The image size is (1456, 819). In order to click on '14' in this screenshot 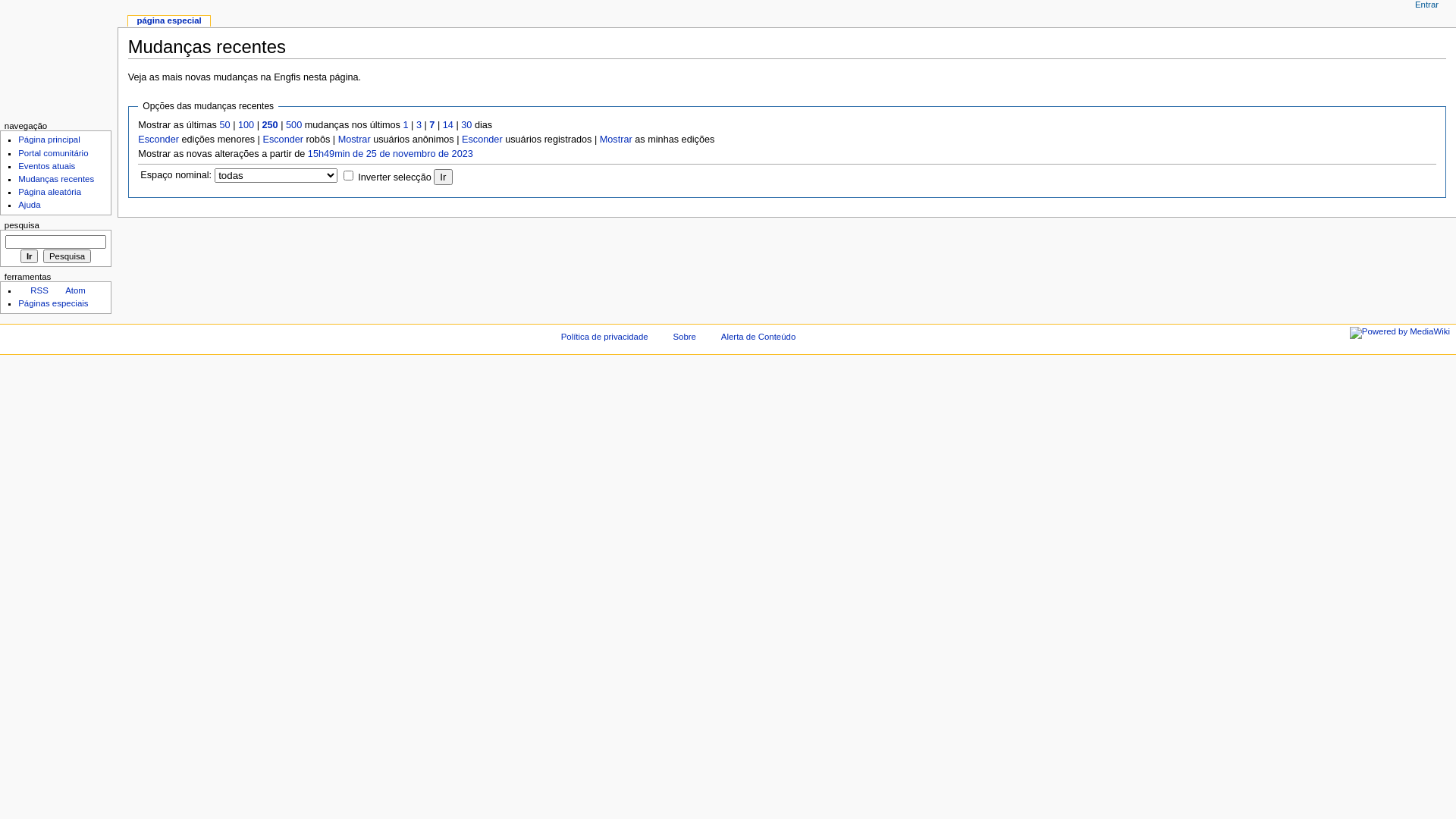, I will do `click(447, 124)`.